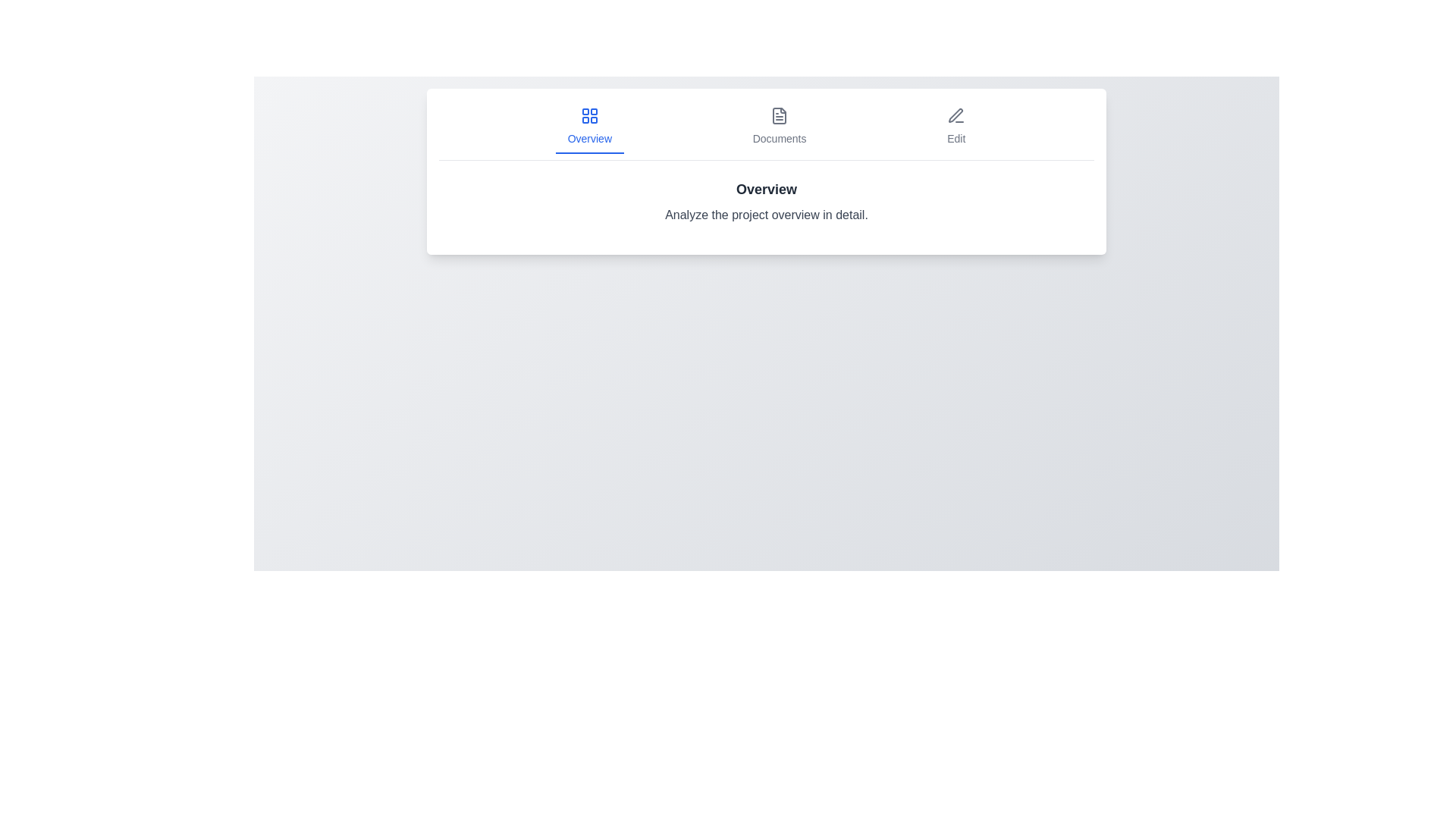 This screenshot has width=1456, height=819. I want to click on the Edit tab by clicking on it, so click(955, 127).